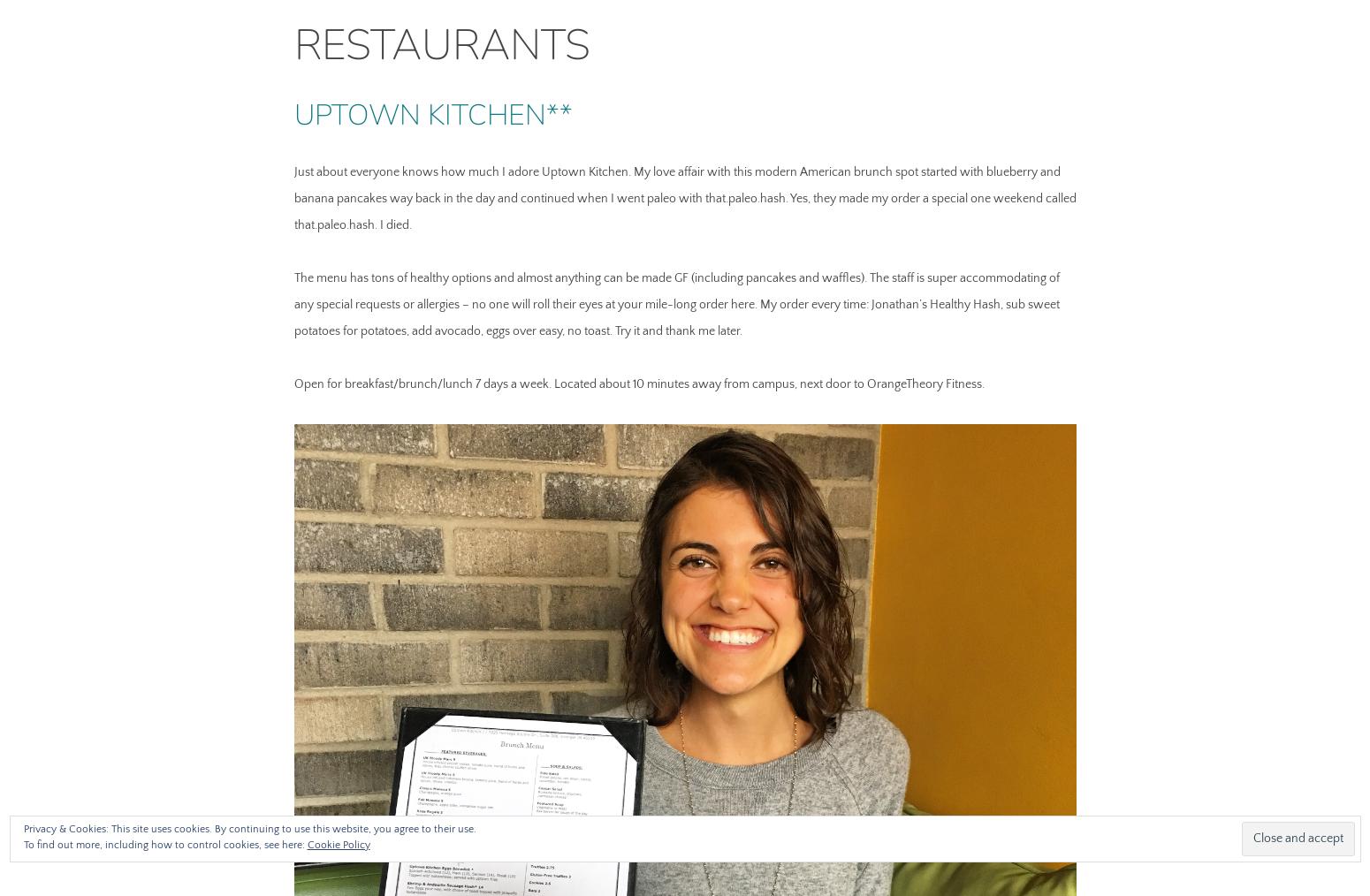 The image size is (1370, 896). What do you see at coordinates (638, 383) in the screenshot?
I see `'Open for breakfast/brunch/lunch 7 days a week. Located about 10 minutes away from campus, next door to OrangeTheory Fitness.'` at bounding box center [638, 383].